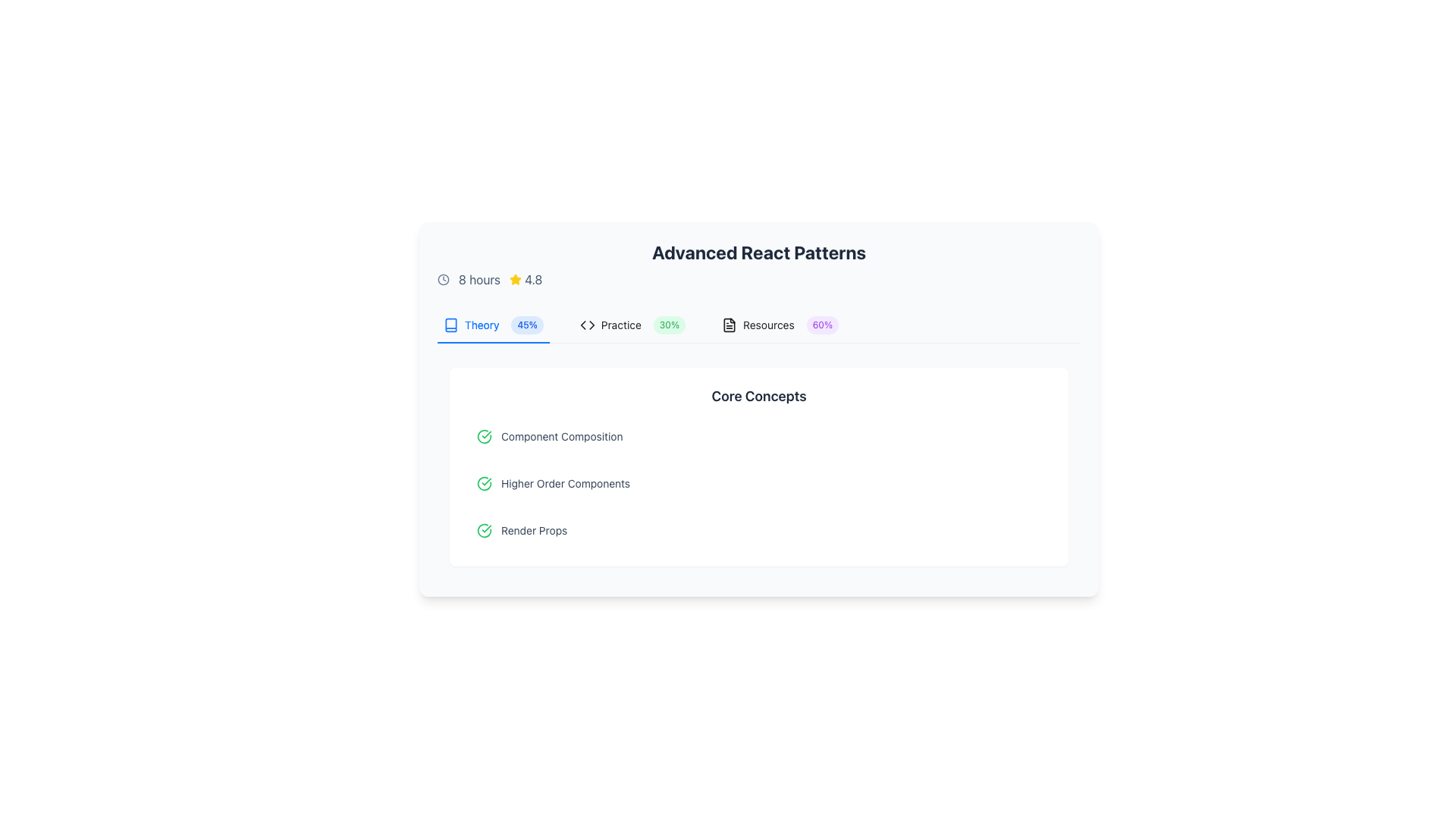  I want to click on the 'Practice 30%' tab, which features an icon resembling code brackets and a green badge indicating '30%', so click(632, 324).